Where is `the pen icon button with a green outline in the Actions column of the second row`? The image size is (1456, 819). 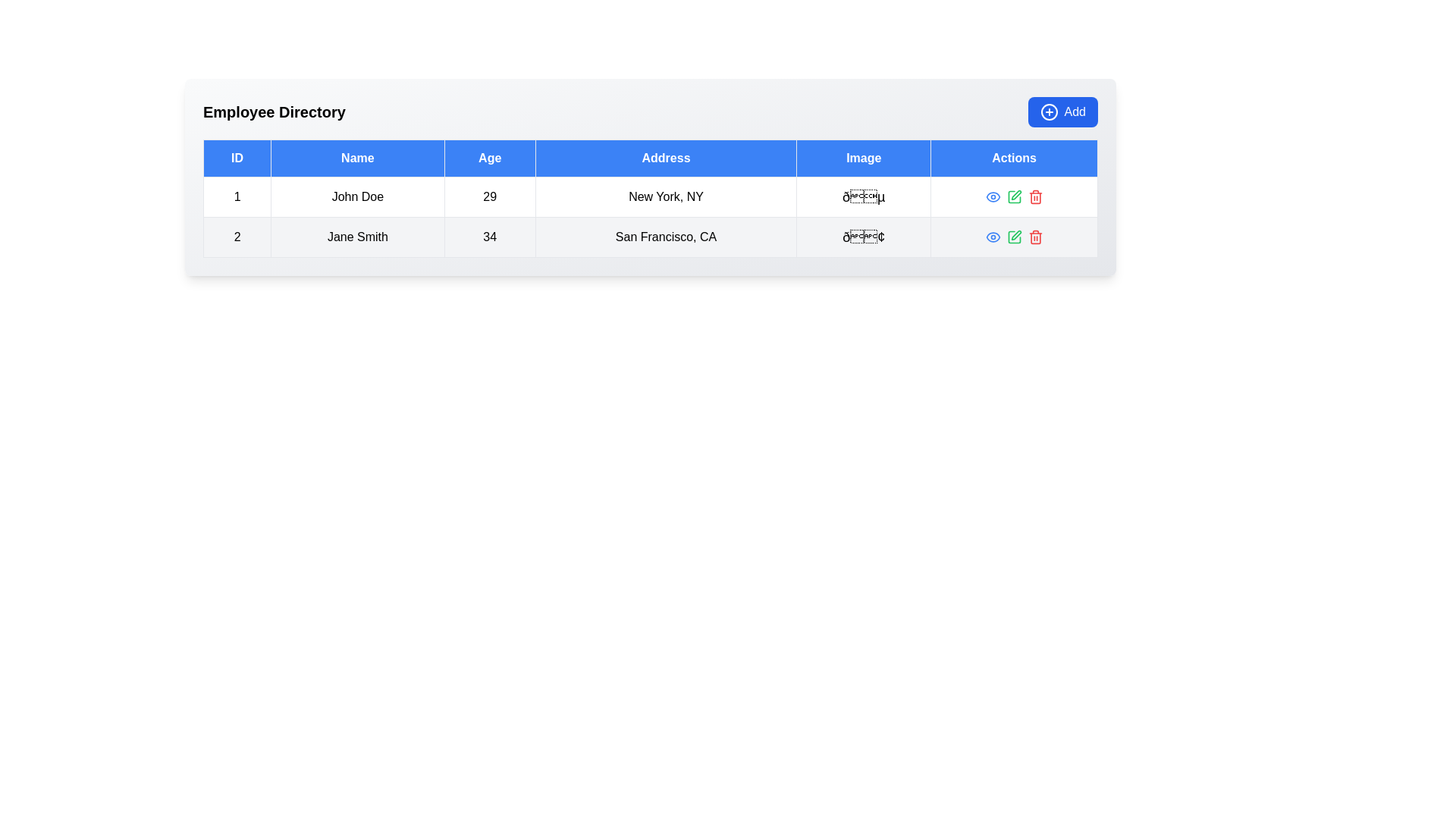
the pen icon button with a green outline in the Actions column of the second row is located at coordinates (1014, 196).